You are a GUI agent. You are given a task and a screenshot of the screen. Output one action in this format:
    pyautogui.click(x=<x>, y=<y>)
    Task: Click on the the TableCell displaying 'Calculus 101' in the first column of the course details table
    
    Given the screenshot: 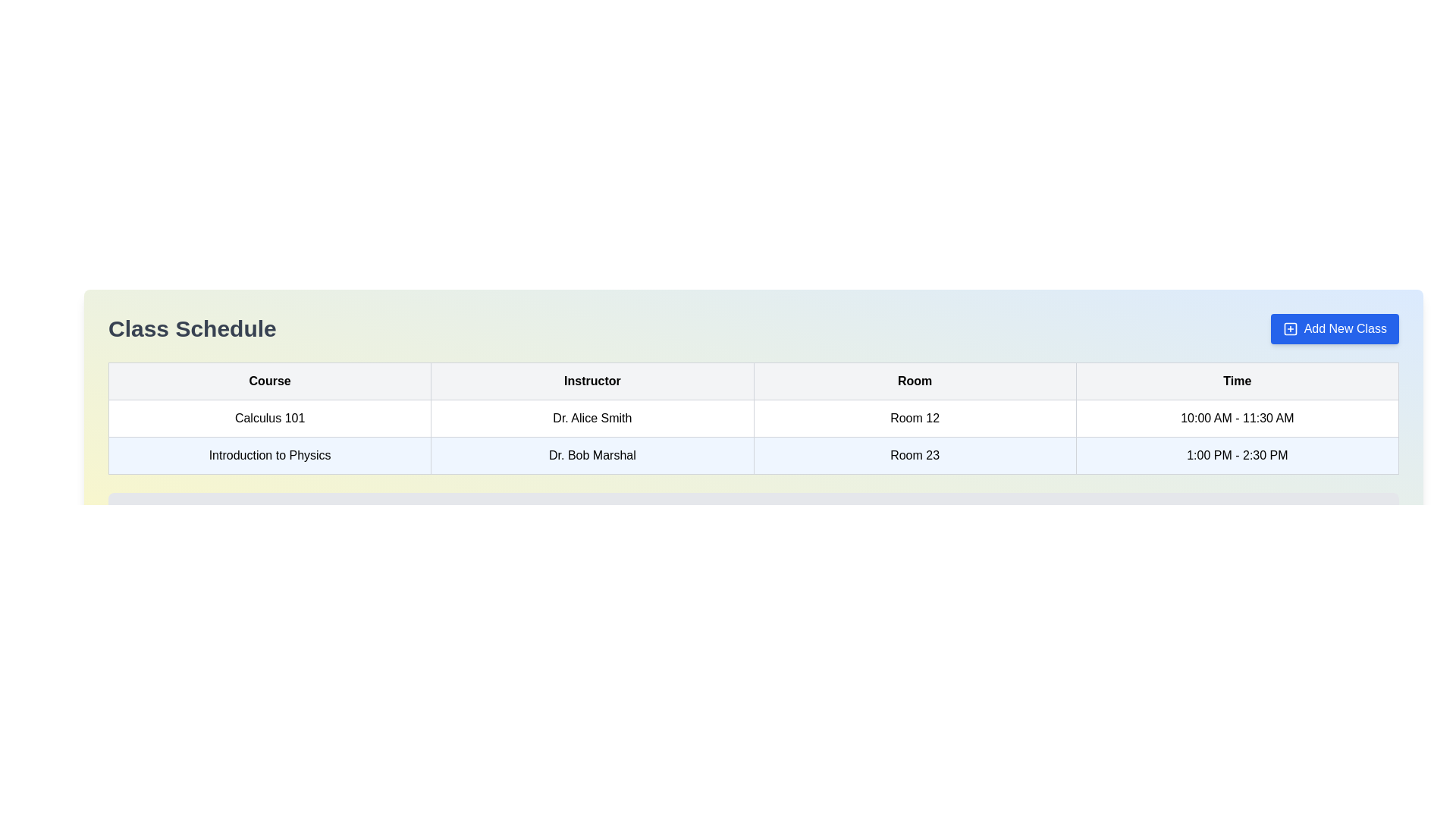 What is the action you would take?
    pyautogui.click(x=270, y=418)
    